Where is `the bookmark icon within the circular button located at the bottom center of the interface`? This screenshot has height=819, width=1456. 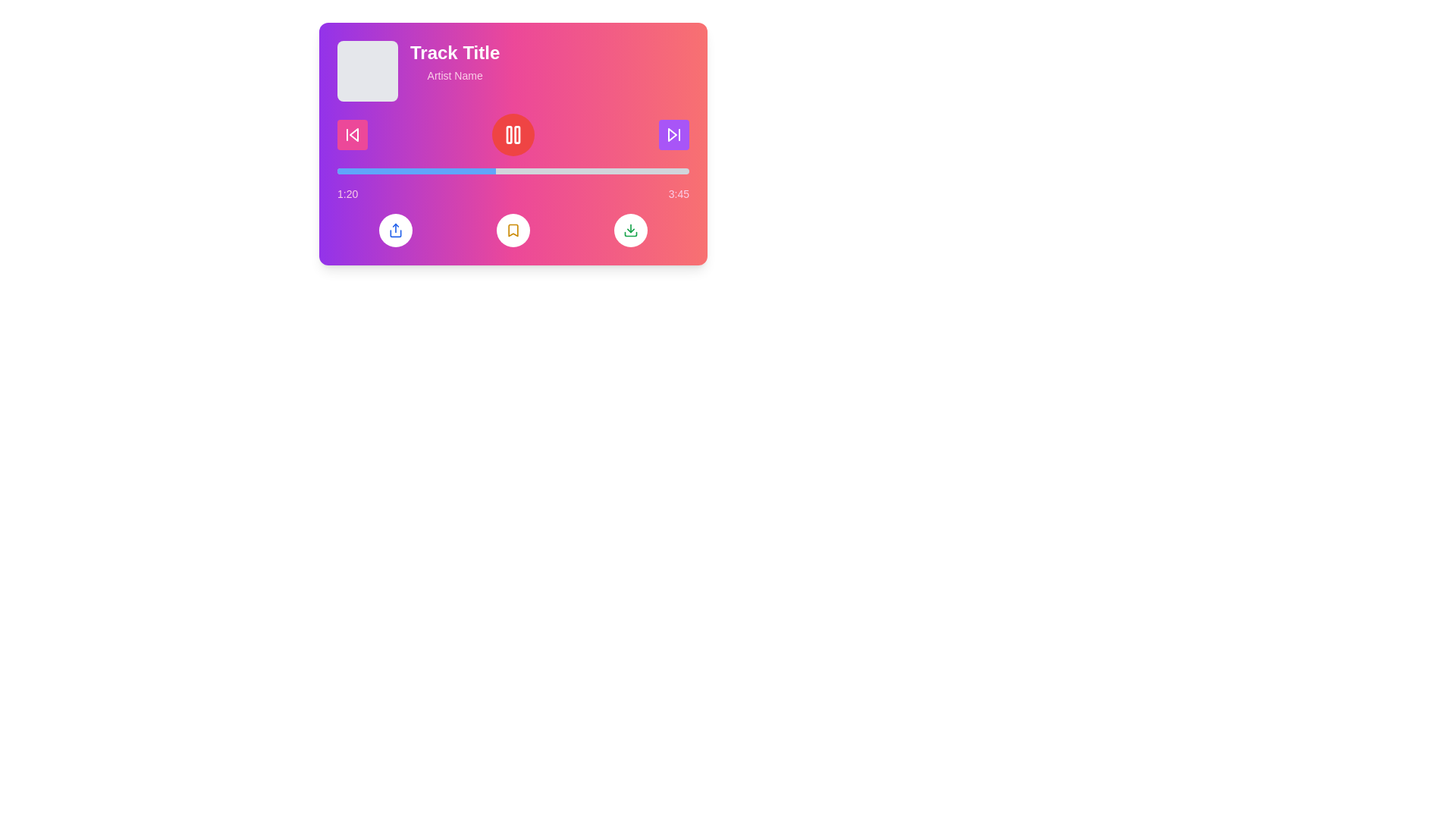 the bookmark icon within the circular button located at the bottom center of the interface is located at coordinates (513, 231).